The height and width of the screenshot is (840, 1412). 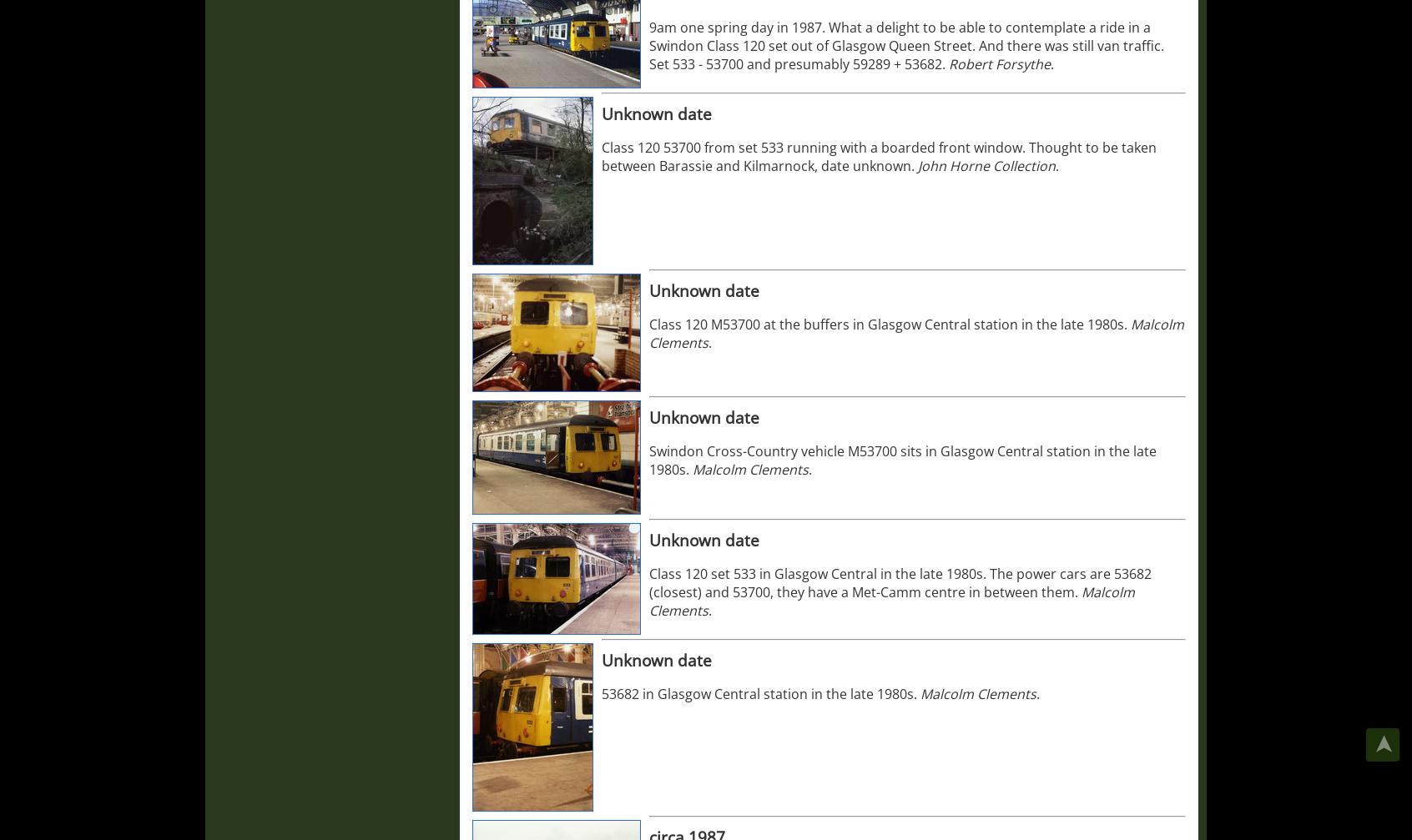 What do you see at coordinates (890, 324) in the screenshot?
I see `'Class 120 M53700 at the buffers in Glasgow Central station in the late 1980s.'` at bounding box center [890, 324].